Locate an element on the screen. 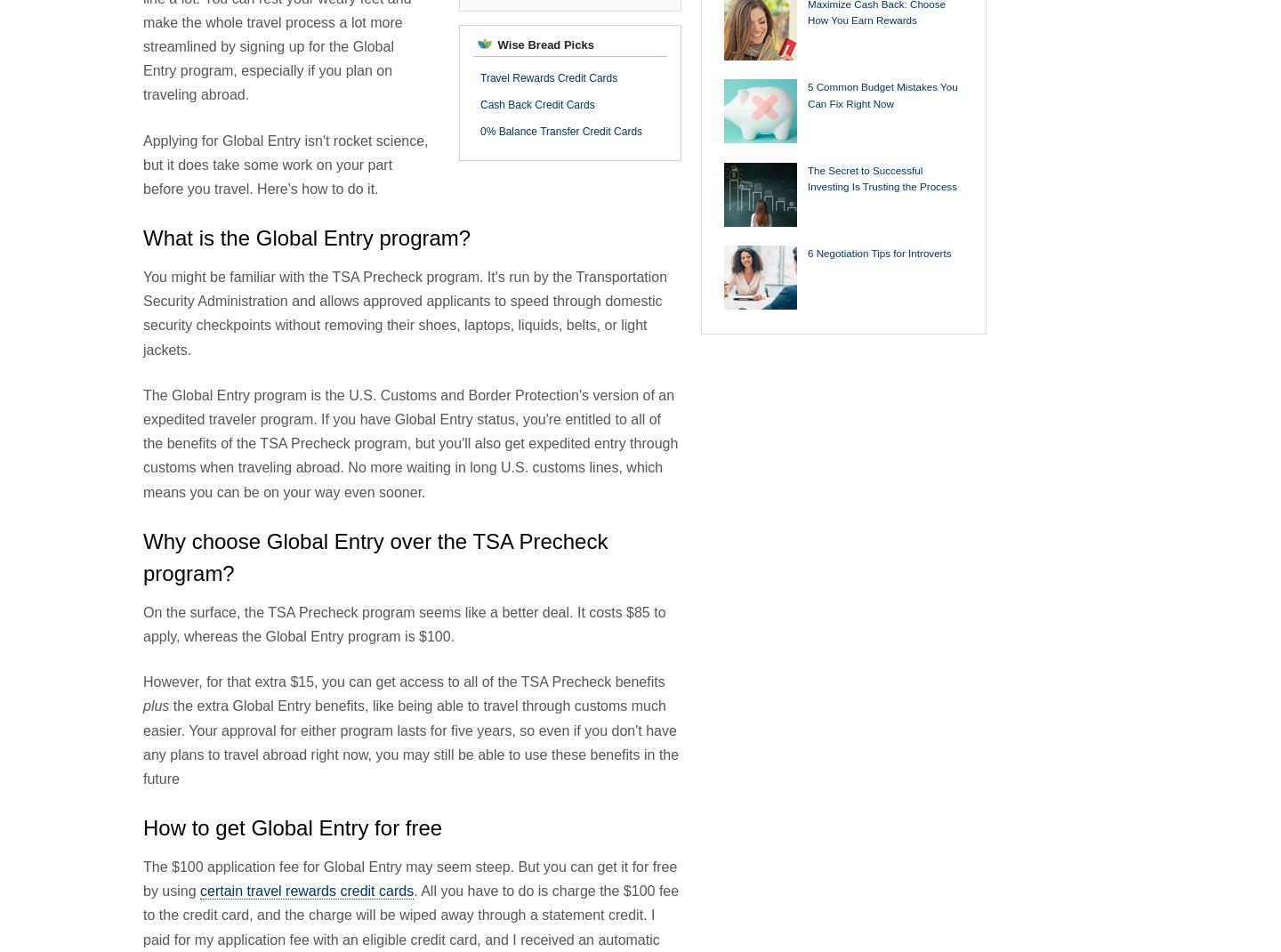  'plus' is located at coordinates (157, 705).